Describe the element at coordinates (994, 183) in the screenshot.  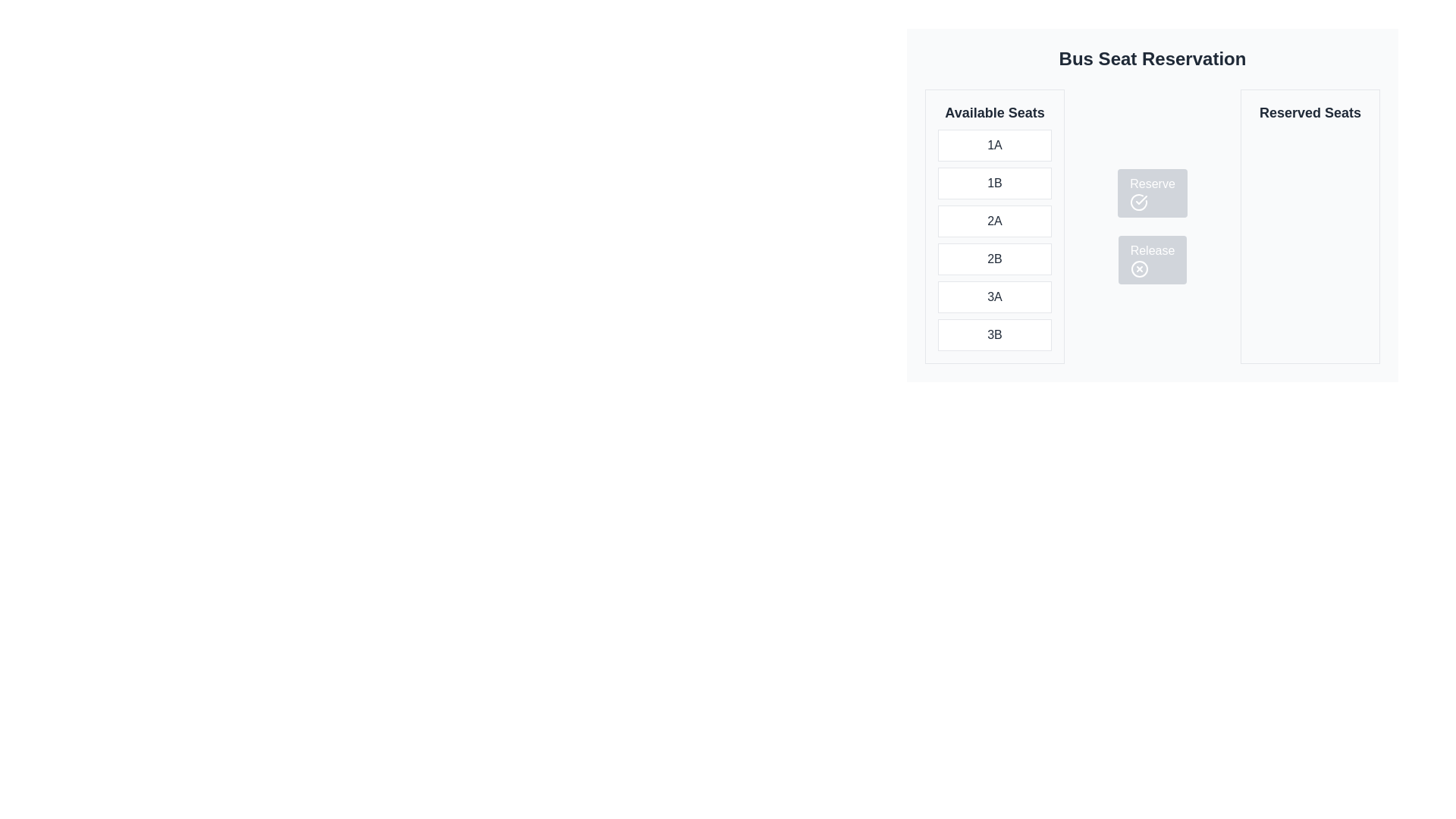
I see `the informational label '1B' that represents a selectable option in the reservation system, located below '1A' and above '2A' under the 'Available Seats' heading` at that location.